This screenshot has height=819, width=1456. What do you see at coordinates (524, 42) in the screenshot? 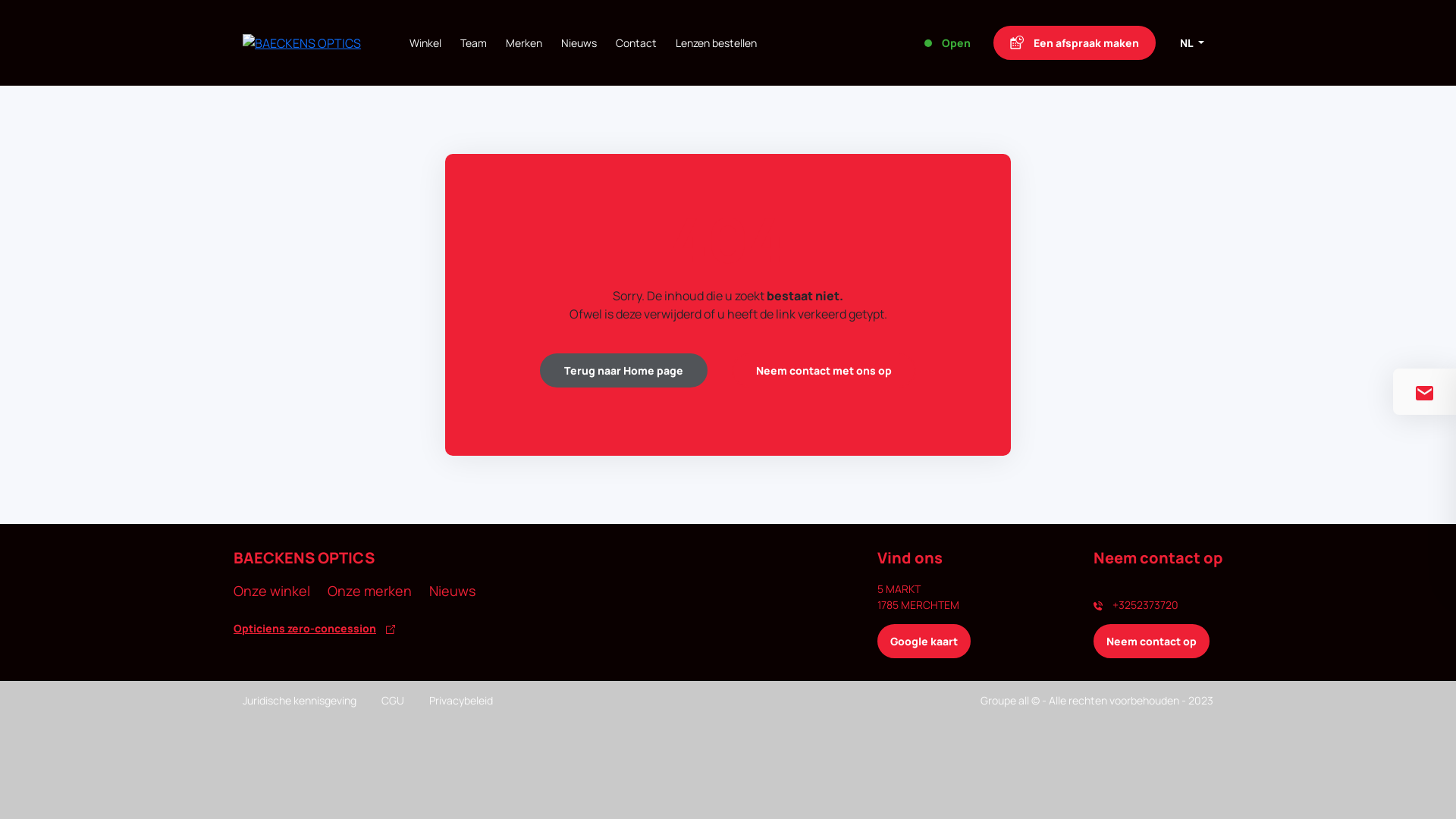
I see `'Merken'` at bounding box center [524, 42].